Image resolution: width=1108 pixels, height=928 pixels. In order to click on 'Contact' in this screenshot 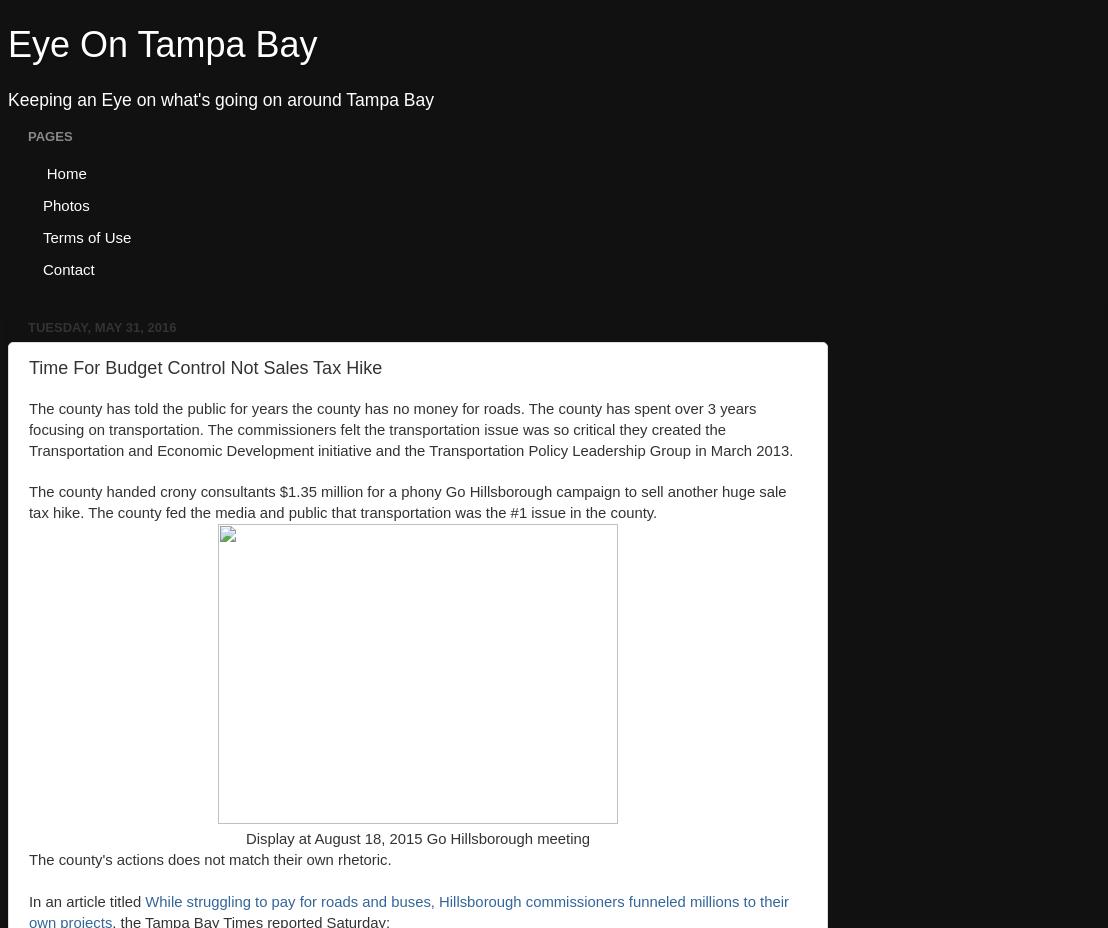, I will do `click(42, 267)`.